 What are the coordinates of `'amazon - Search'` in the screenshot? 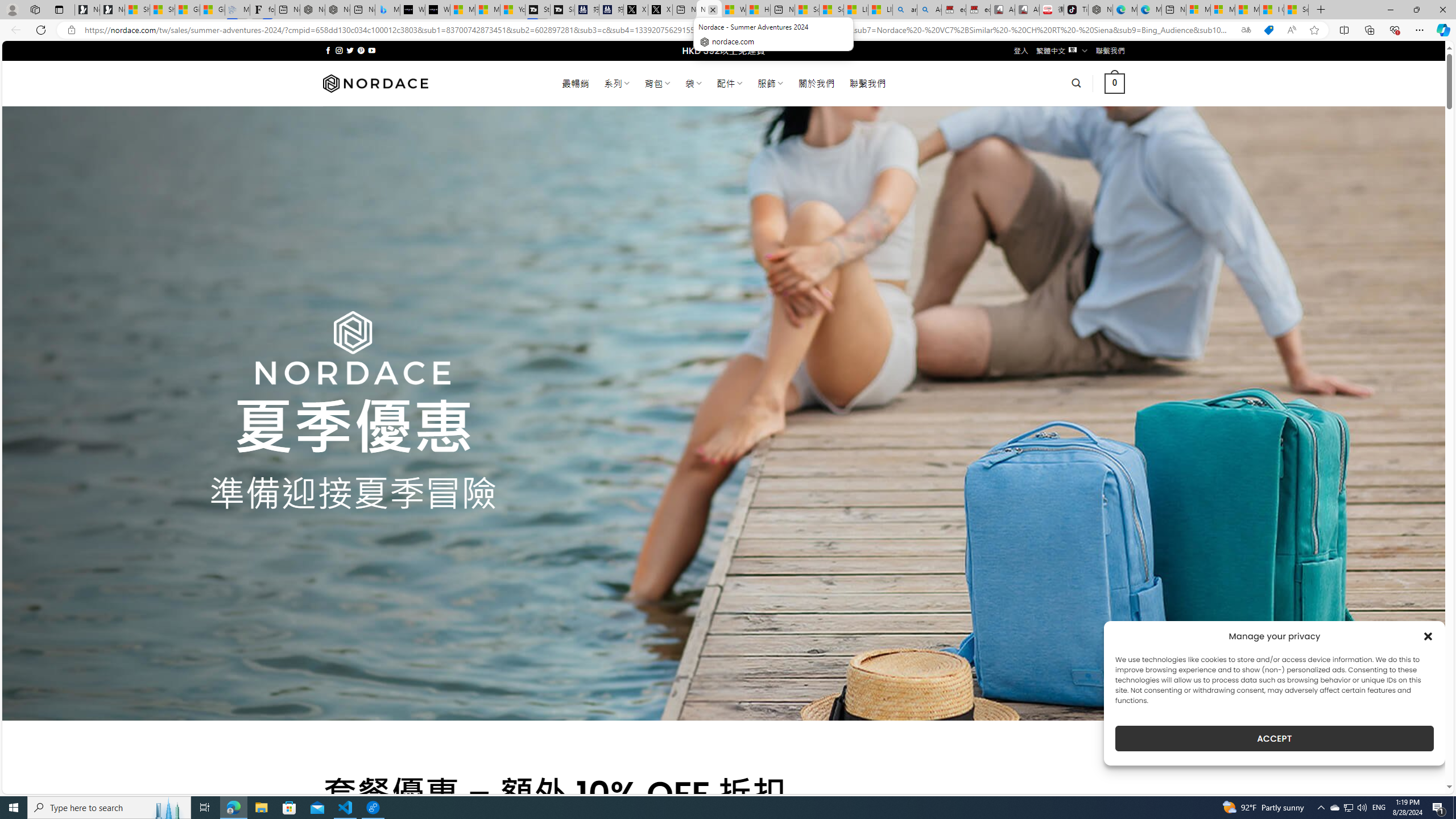 It's located at (904, 9).